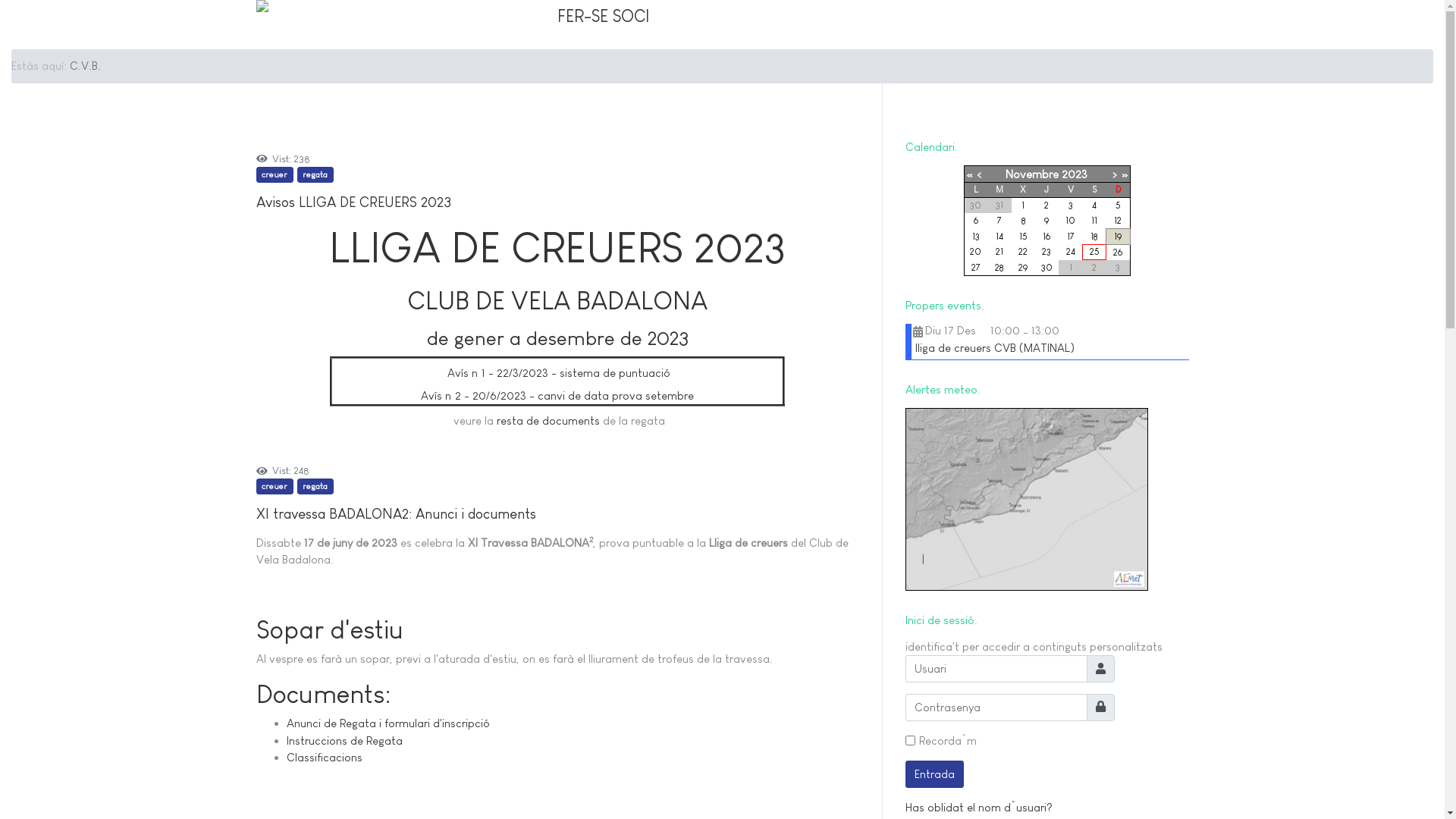 The image size is (1456, 819). I want to click on '9', so click(1046, 220).